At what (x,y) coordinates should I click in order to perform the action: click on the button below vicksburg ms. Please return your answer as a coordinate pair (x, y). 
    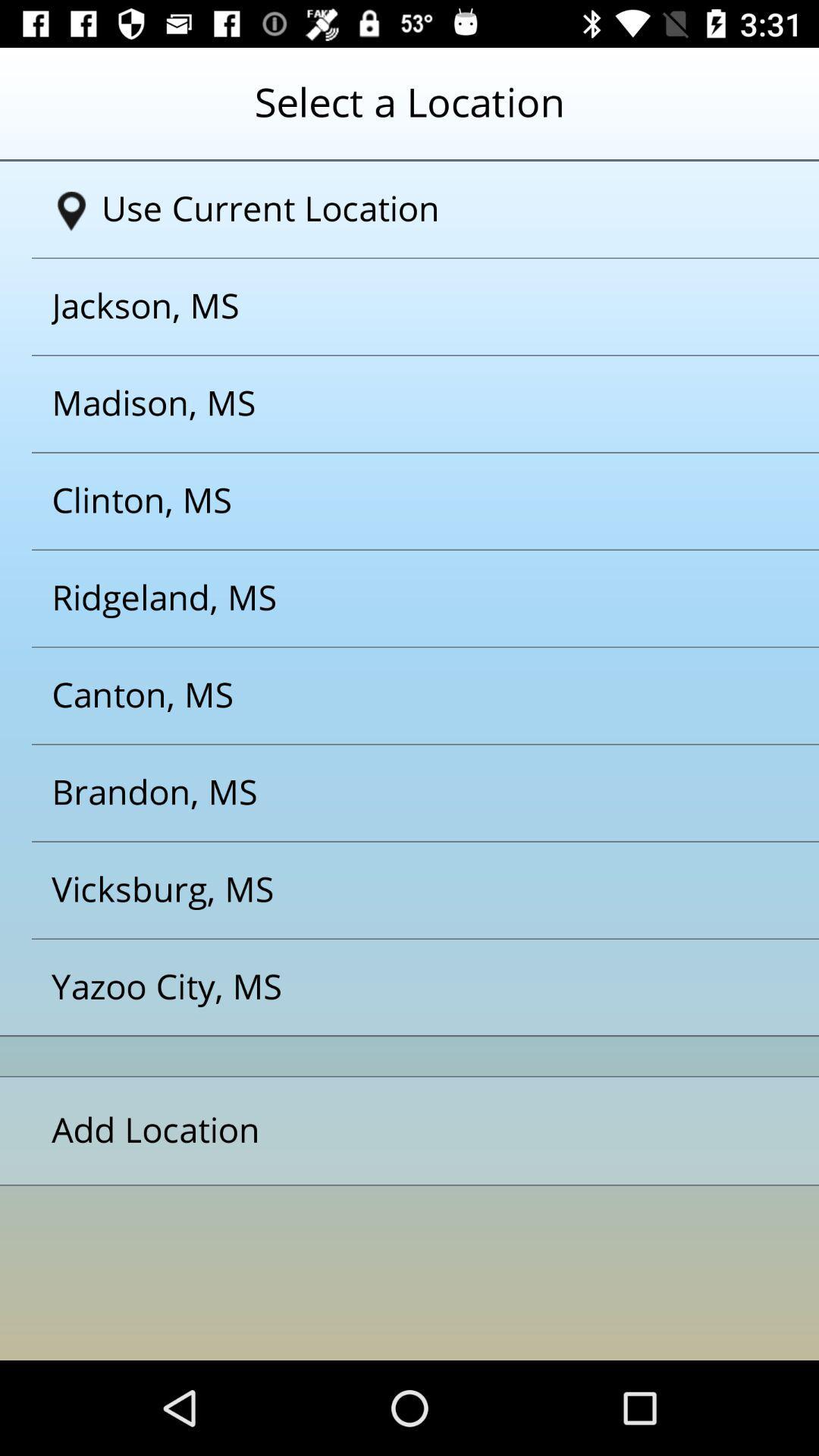
    Looking at the image, I should click on (390, 987).